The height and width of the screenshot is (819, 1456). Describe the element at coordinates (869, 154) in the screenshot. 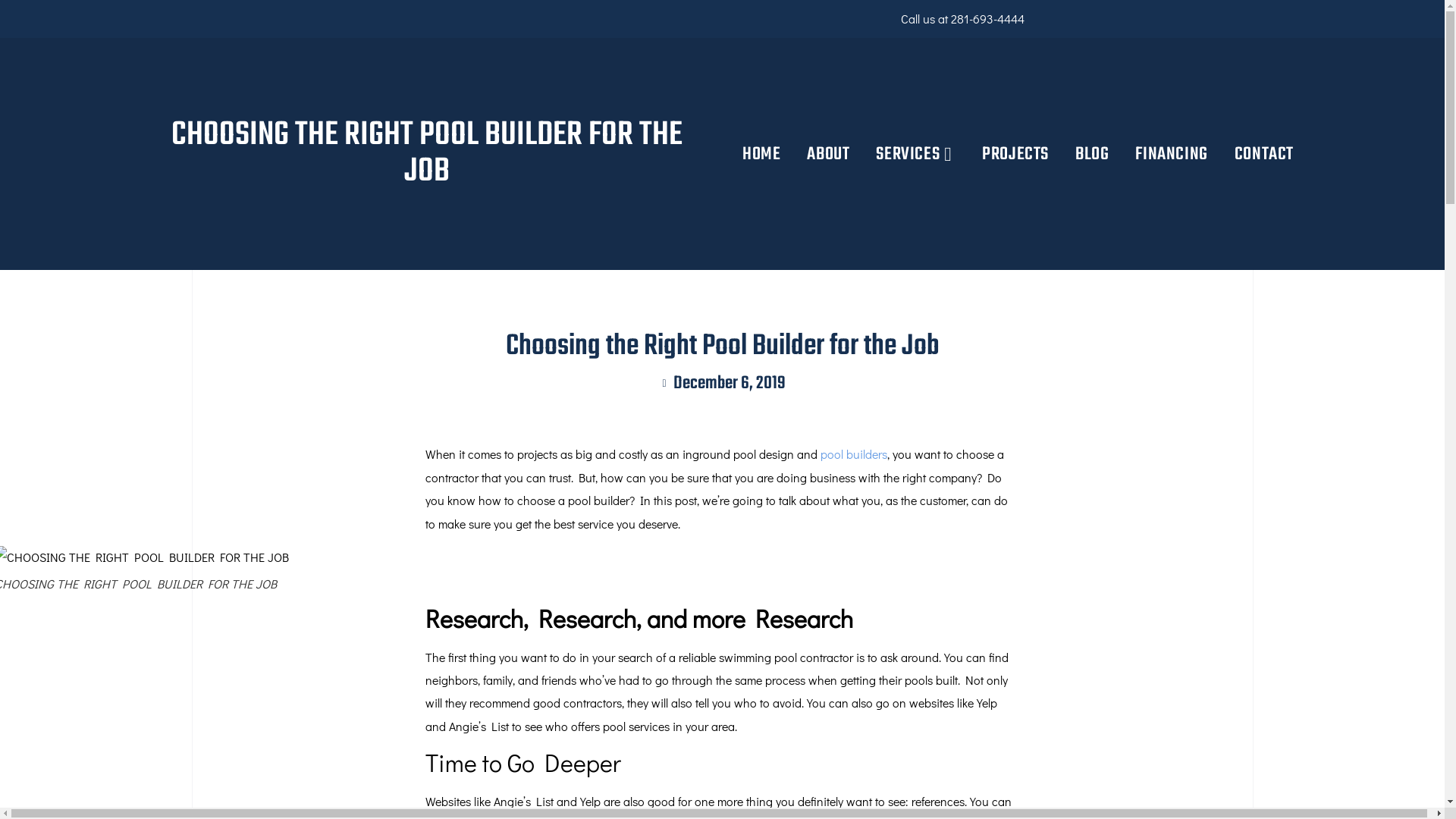

I see `'SERVICES'` at that location.